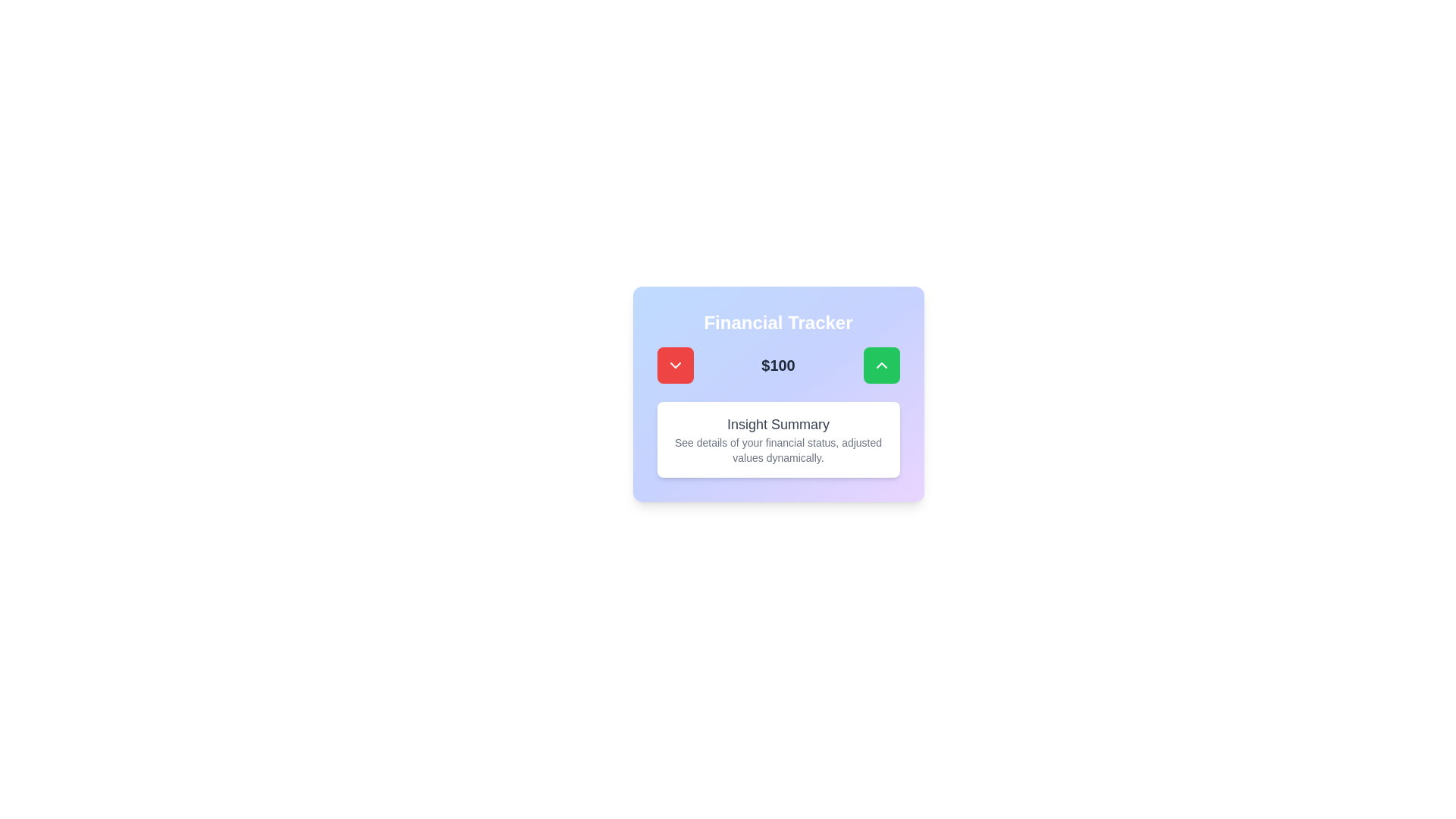 The width and height of the screenshot is (1456, 819). I want to click on the interactive green button located at the top-left of the 'Financial Tracker' card to receive feedback, so click(881, 366).